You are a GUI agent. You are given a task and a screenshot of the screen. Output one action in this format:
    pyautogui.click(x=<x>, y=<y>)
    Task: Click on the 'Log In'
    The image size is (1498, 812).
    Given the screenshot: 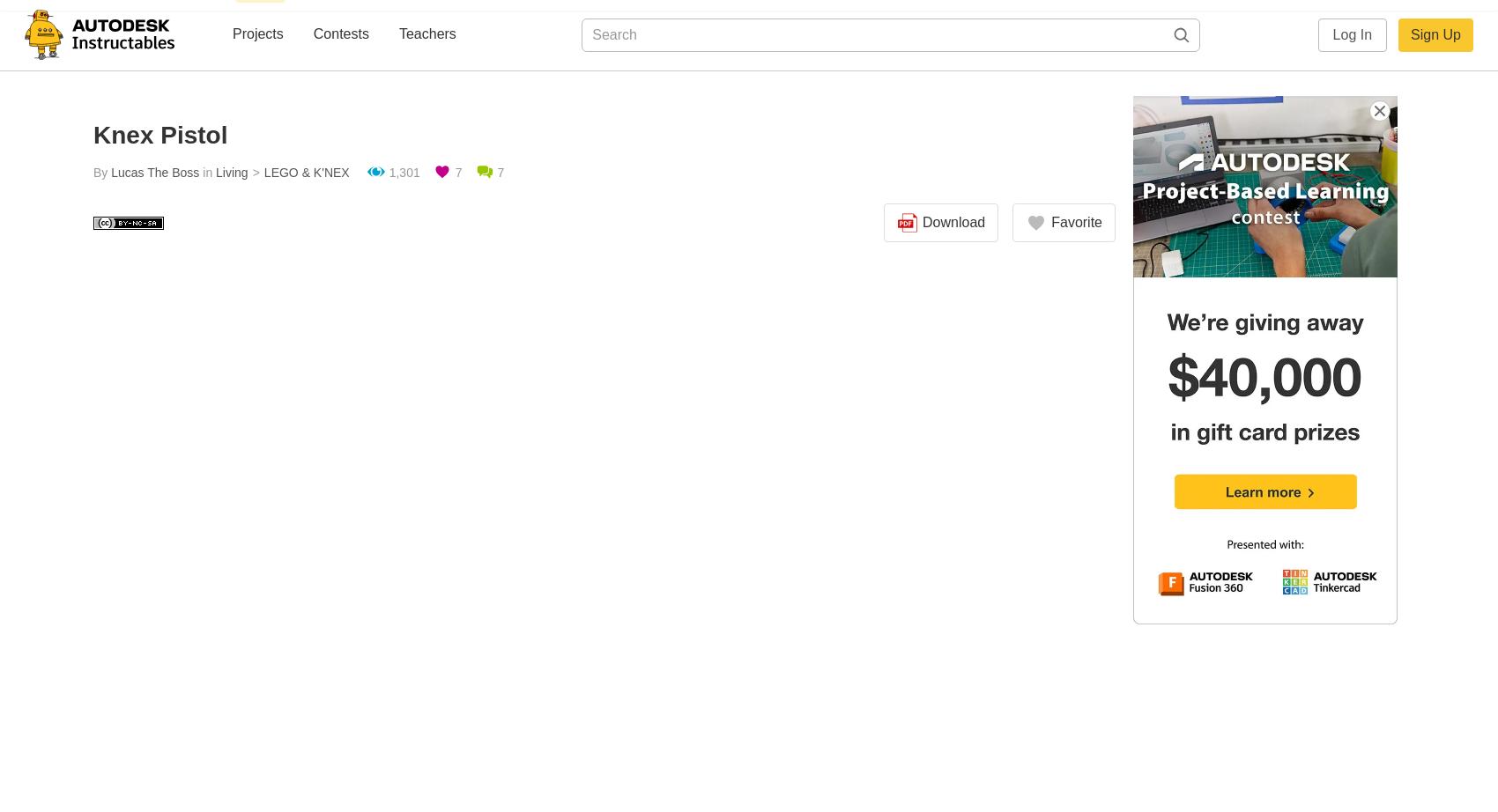 What is the action you would take?
    pyautogui.click(x=1331, y=34)
    